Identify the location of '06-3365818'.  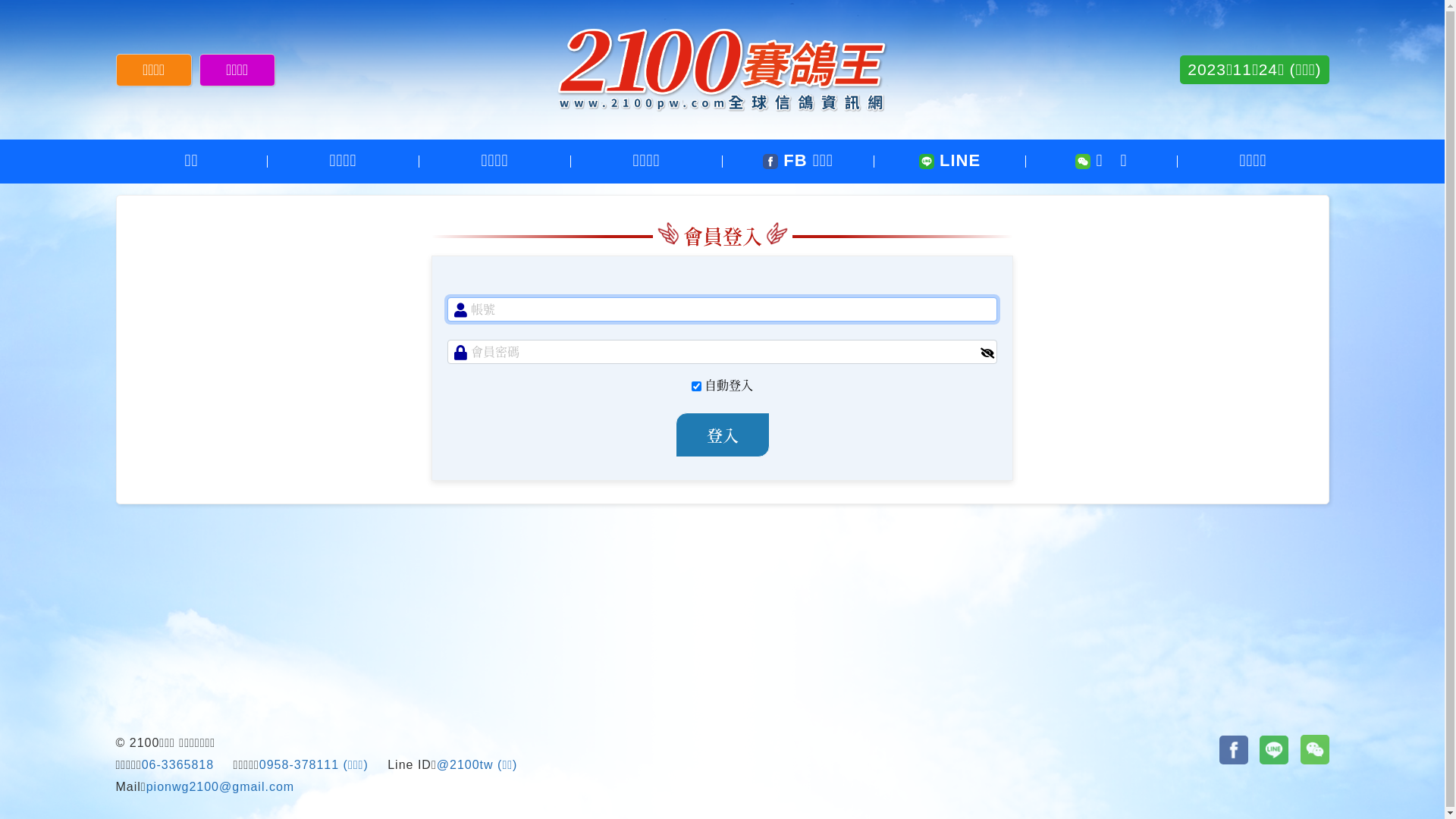
(177, 764).